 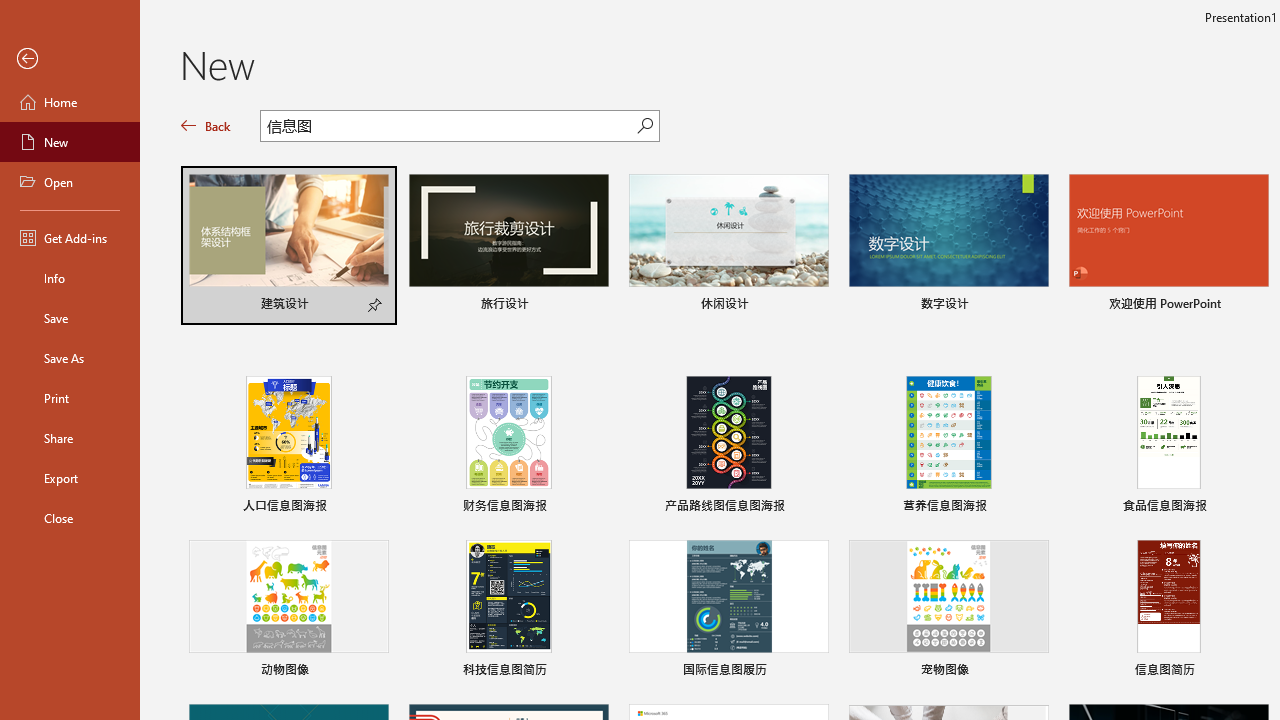 I want to click on 'Print', so click(x=69, y=398).